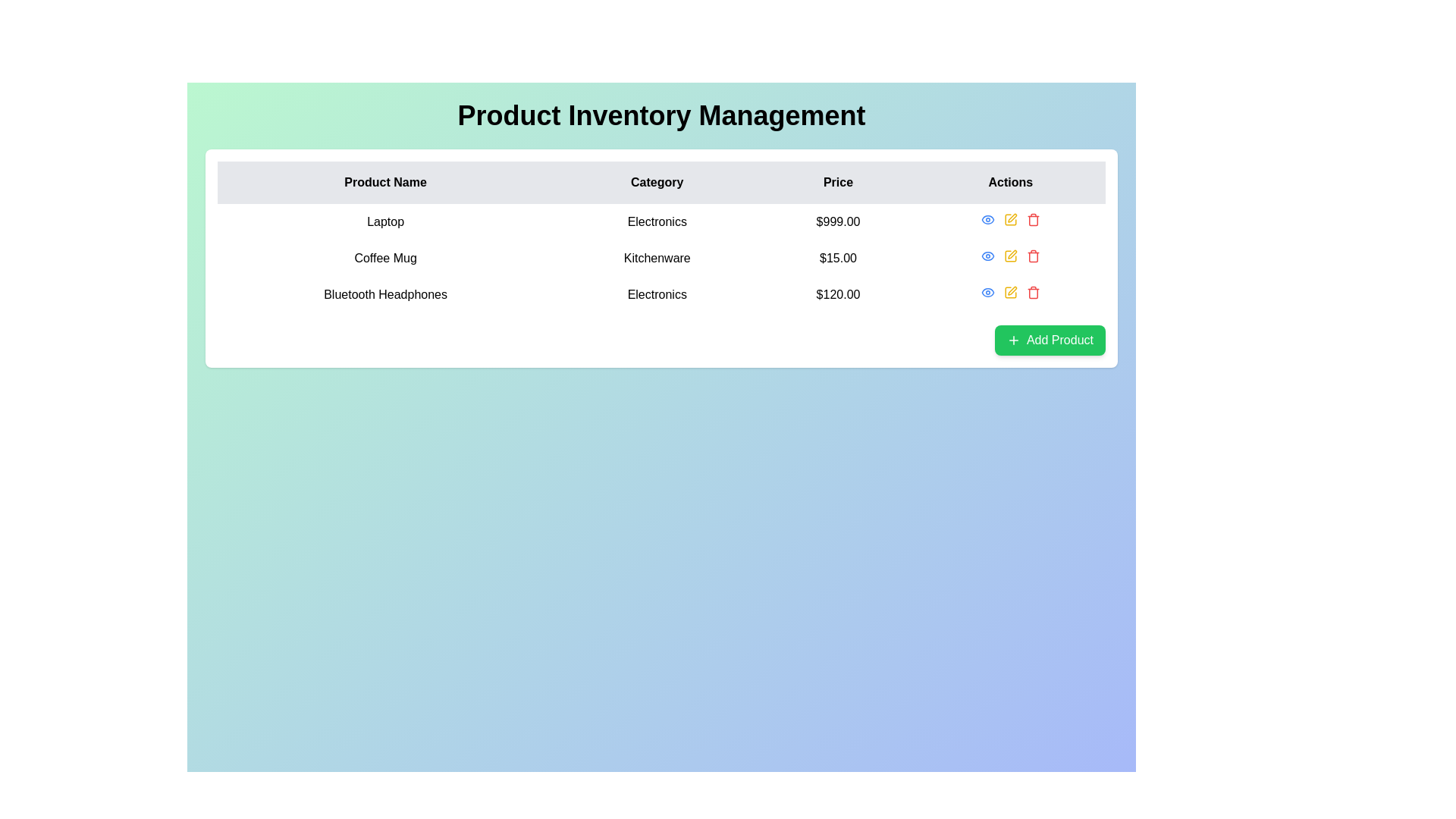 The height and width of the screenshot is (819, 1456). I want to click on the 'Add Product' button, which is a rectangular button with rounded corners, vibrant green background, white text, and a plus sign icon, so click(1049, 339).